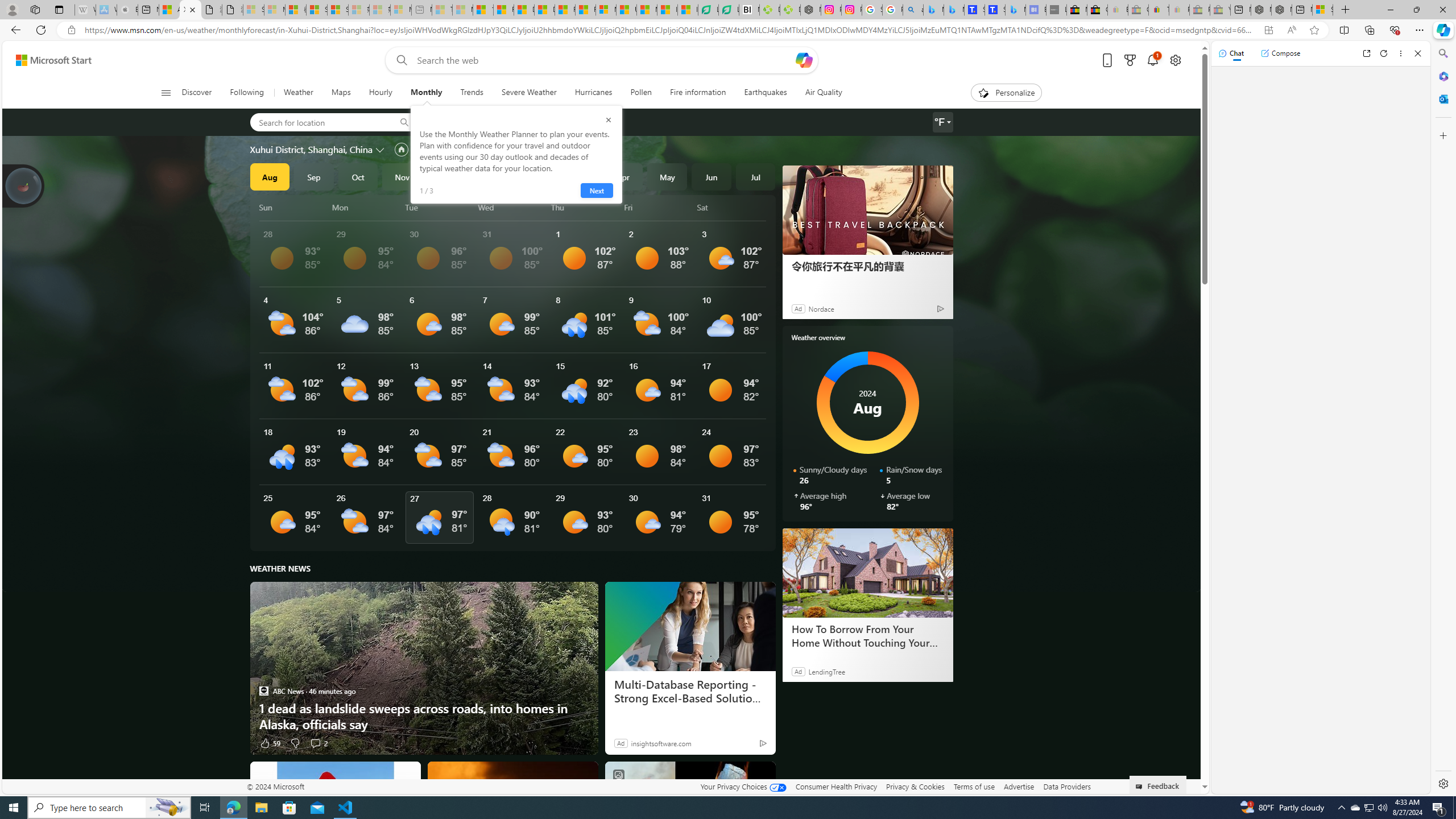  What do you see at coordinates (317, 742) in the screenshot?
I see `'View comments 2 Comment'` at bounding box center [317, 742].